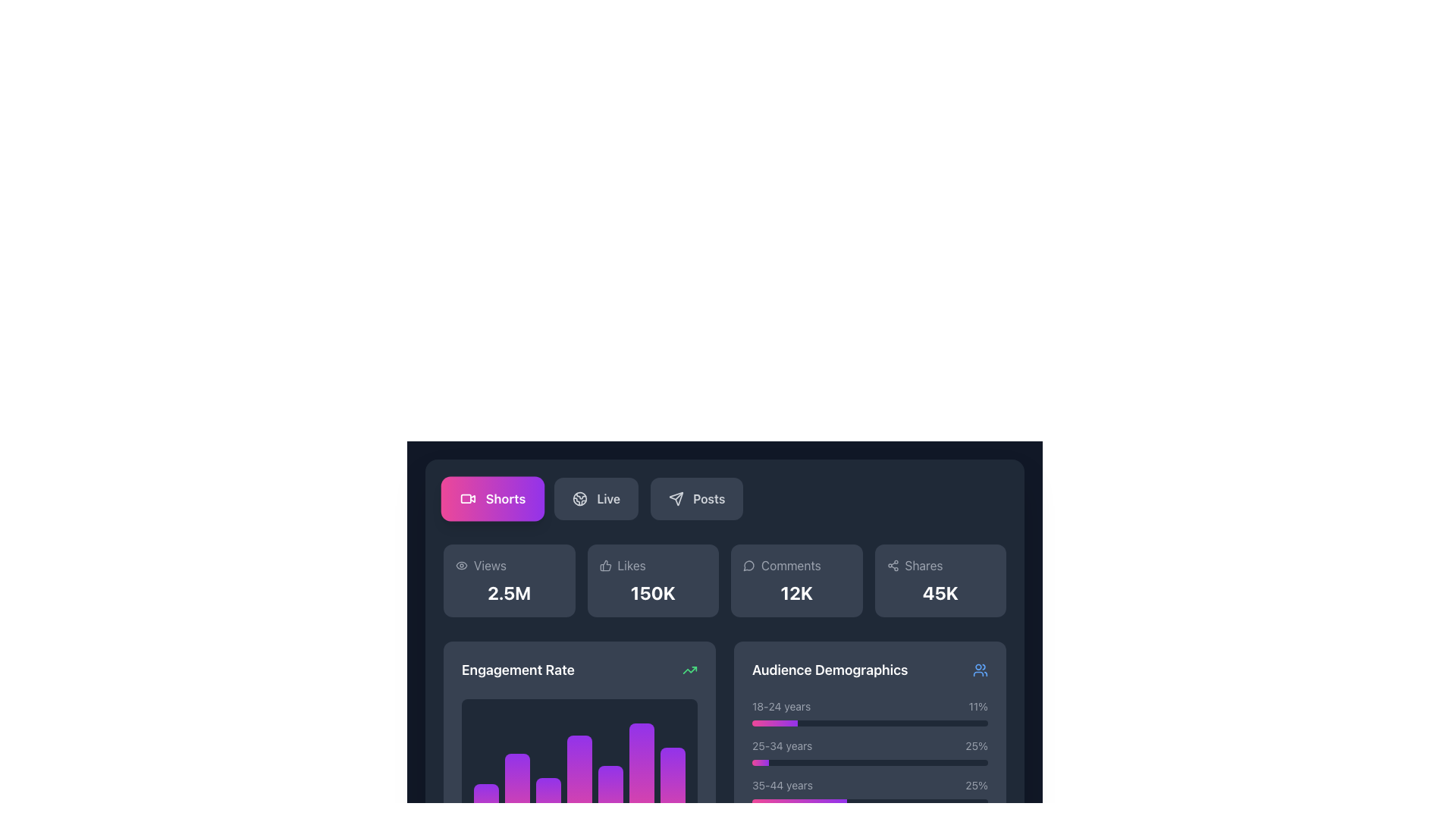 Image resolution: width=1456 pixels, height=819 pixels. What do you see at coordinates (977, 745) in the screenshot?
I see `the text label displaying '25%' which is styled in white sans-serif font on a dark background, located in the bottom-right section of the 'Audience Demographics' panel` at bounding box center [977, 745].